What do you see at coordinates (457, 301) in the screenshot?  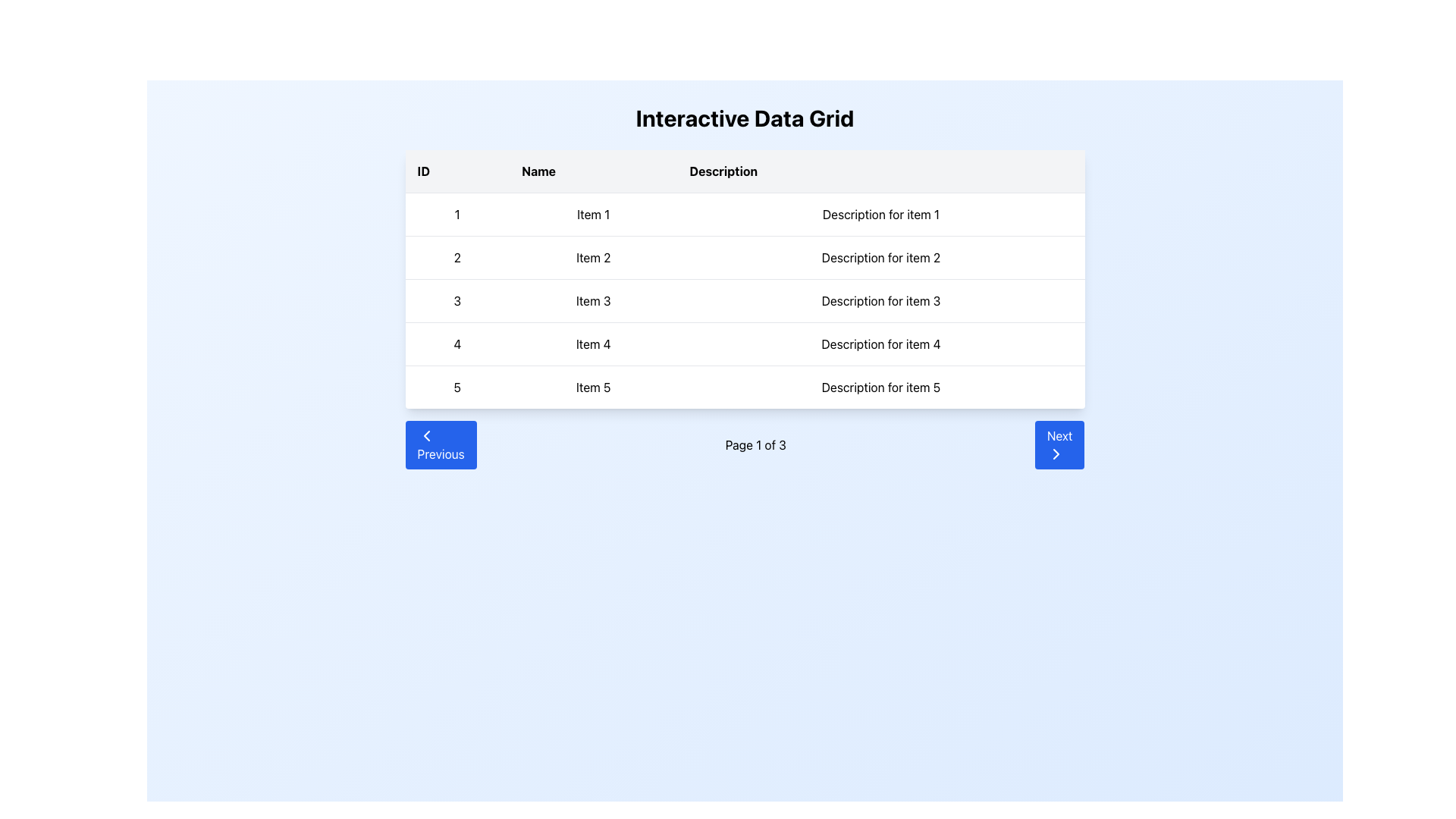 I see `the static text element labeled '3' in the ID column of the data grid, which identifies the third row corresponding to 'Item 3'` at bounding box center [457, 301].